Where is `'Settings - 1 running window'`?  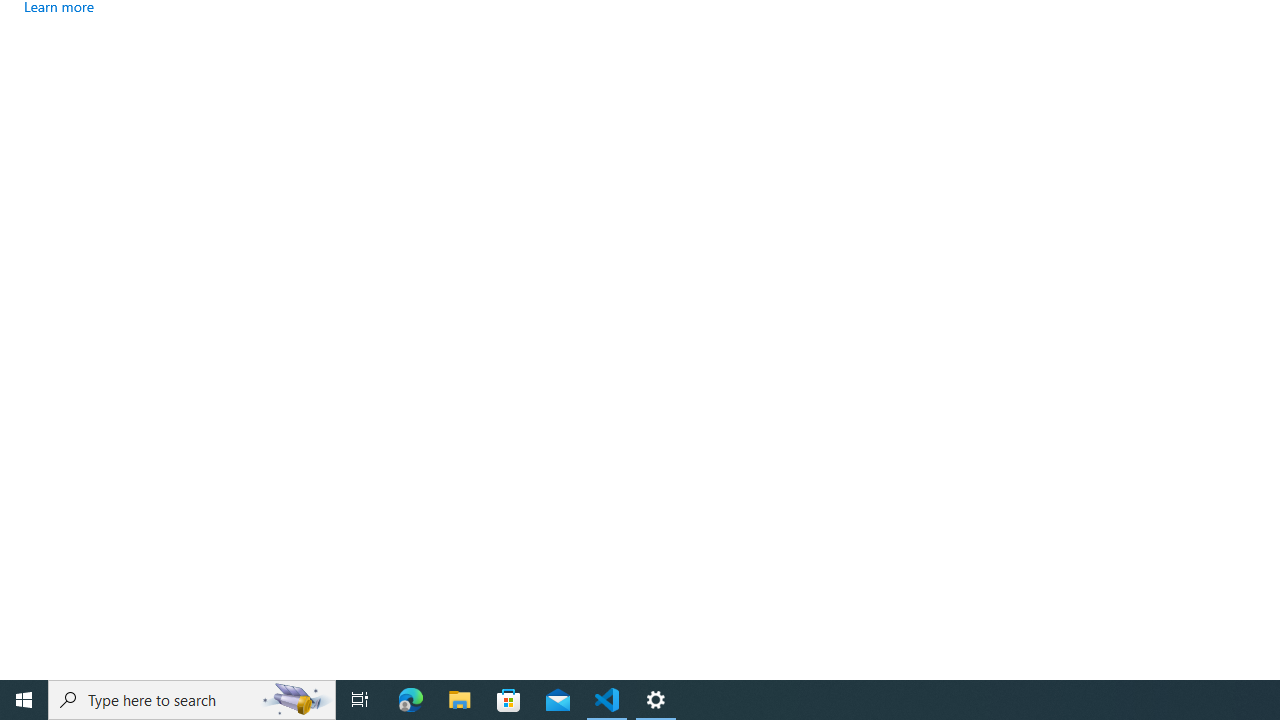 'Settings - 1 running window' is located at coordinates (656, 698).